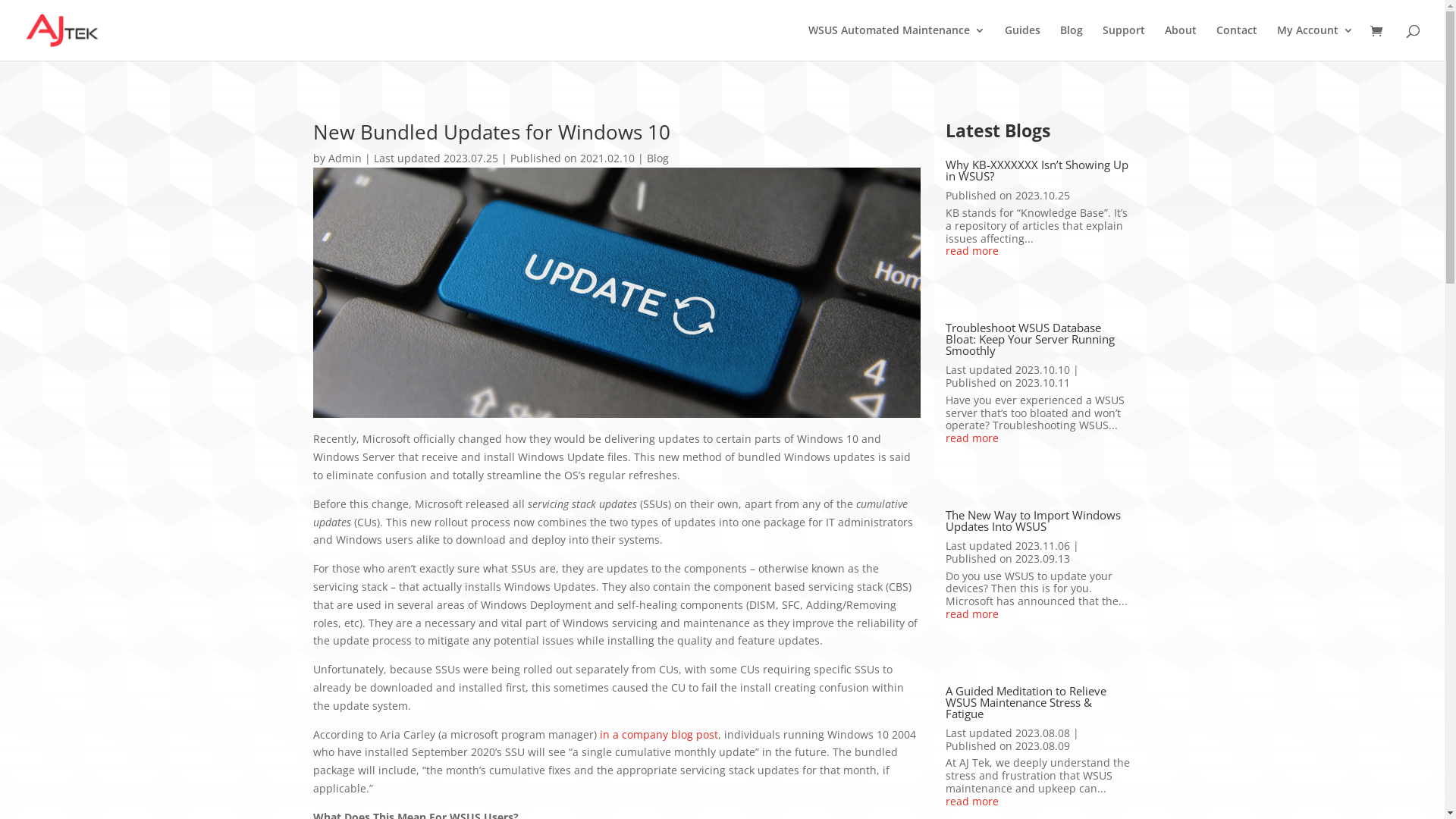 This screenshot has height=819, width=1456. Describe the element at coordinates (658, 733) in the screenshot. I see `'in a company blog post'` at that location.